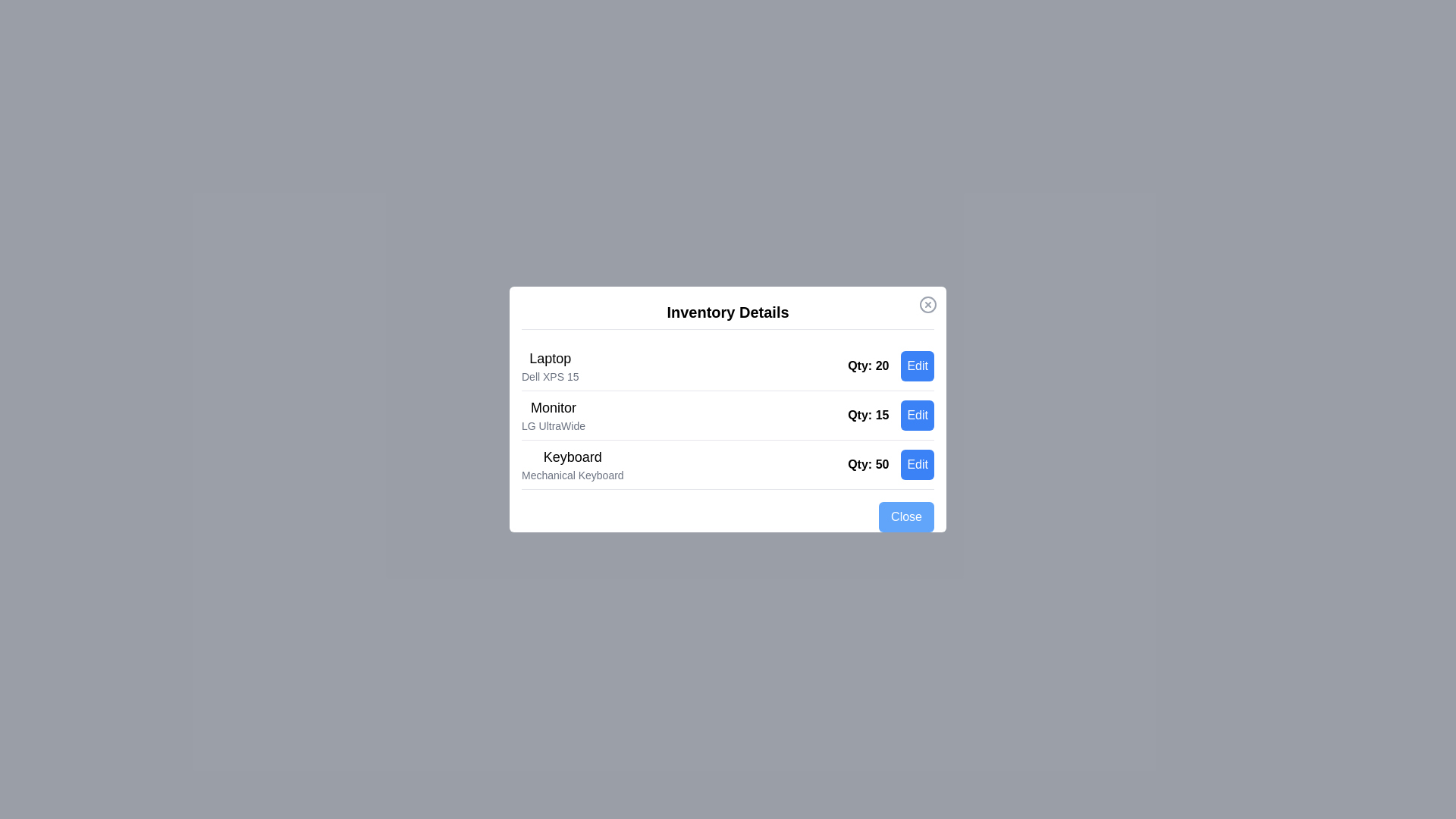 Image resolution: width=1456 pixels, height=819 pixels. I want to click on the 'Edit' button for the item 'Monitor', so click(916, 415).